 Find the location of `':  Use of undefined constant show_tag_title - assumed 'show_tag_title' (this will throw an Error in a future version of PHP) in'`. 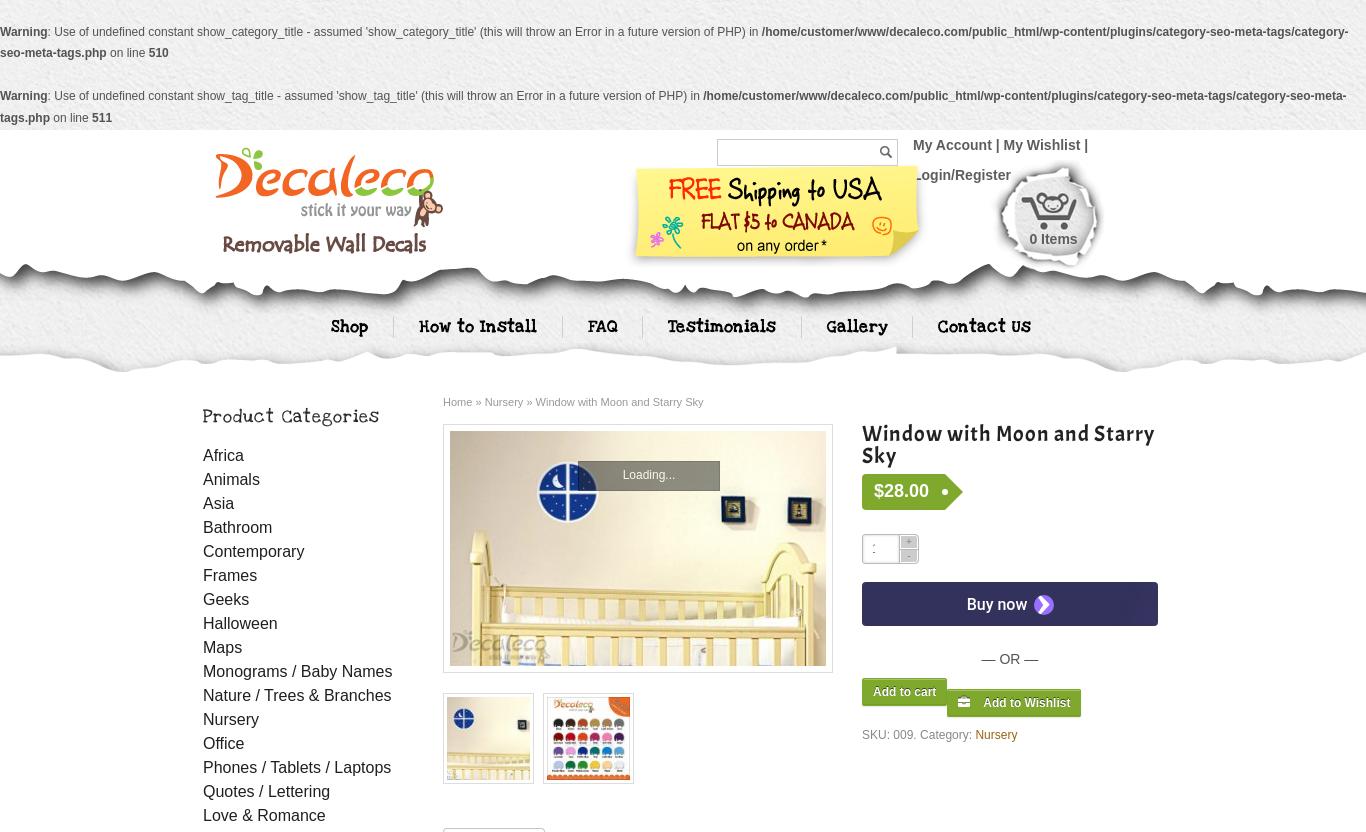

':  Use of undefined constant show_tag_title - assumed 'show_tag_title' (this will throw an Error in a future version of PHP) in' is located at coordinates (373, 95).